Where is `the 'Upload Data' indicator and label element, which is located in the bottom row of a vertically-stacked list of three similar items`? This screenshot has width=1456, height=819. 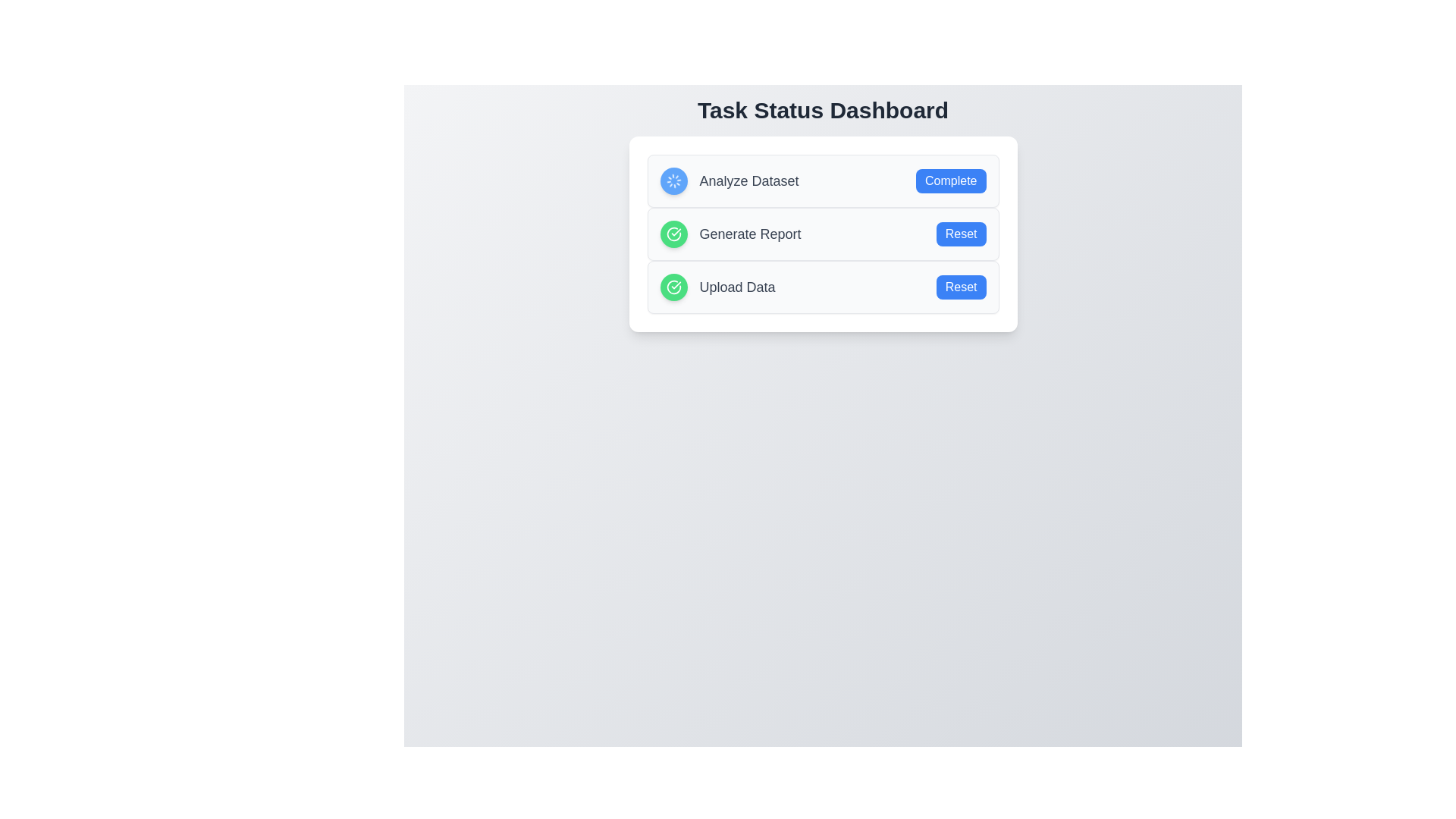 the 'Upload Data' indicator and label element, which is located in the bottom row of a vertically-stacked list of three similar items is located at coordinates (717, 287).